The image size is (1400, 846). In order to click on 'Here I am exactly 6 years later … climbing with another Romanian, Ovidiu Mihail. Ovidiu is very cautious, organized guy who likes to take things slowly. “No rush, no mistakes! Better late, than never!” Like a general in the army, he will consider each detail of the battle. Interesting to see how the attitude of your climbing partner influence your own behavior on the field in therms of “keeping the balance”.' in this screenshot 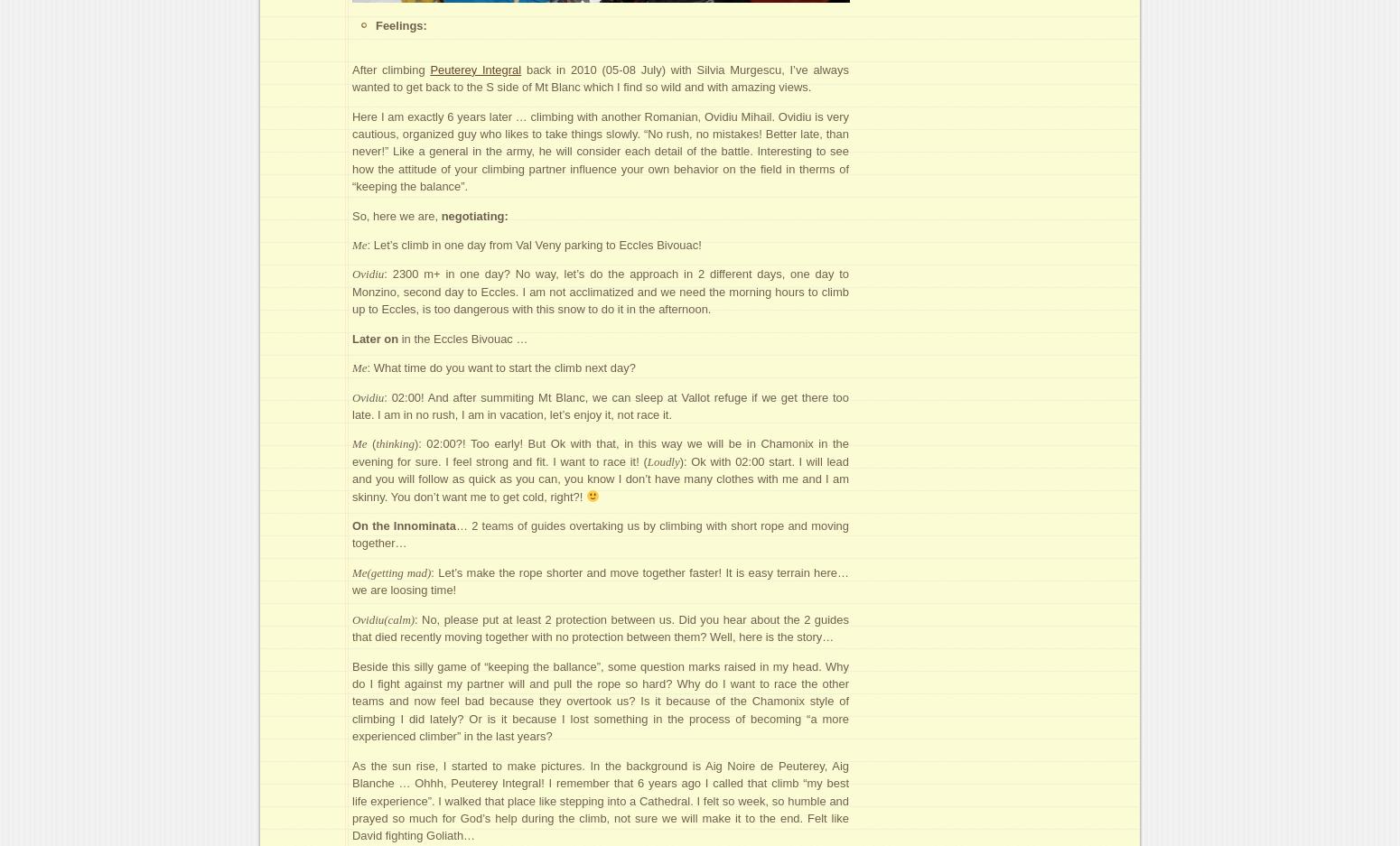, I will do `click(351, 150)`.